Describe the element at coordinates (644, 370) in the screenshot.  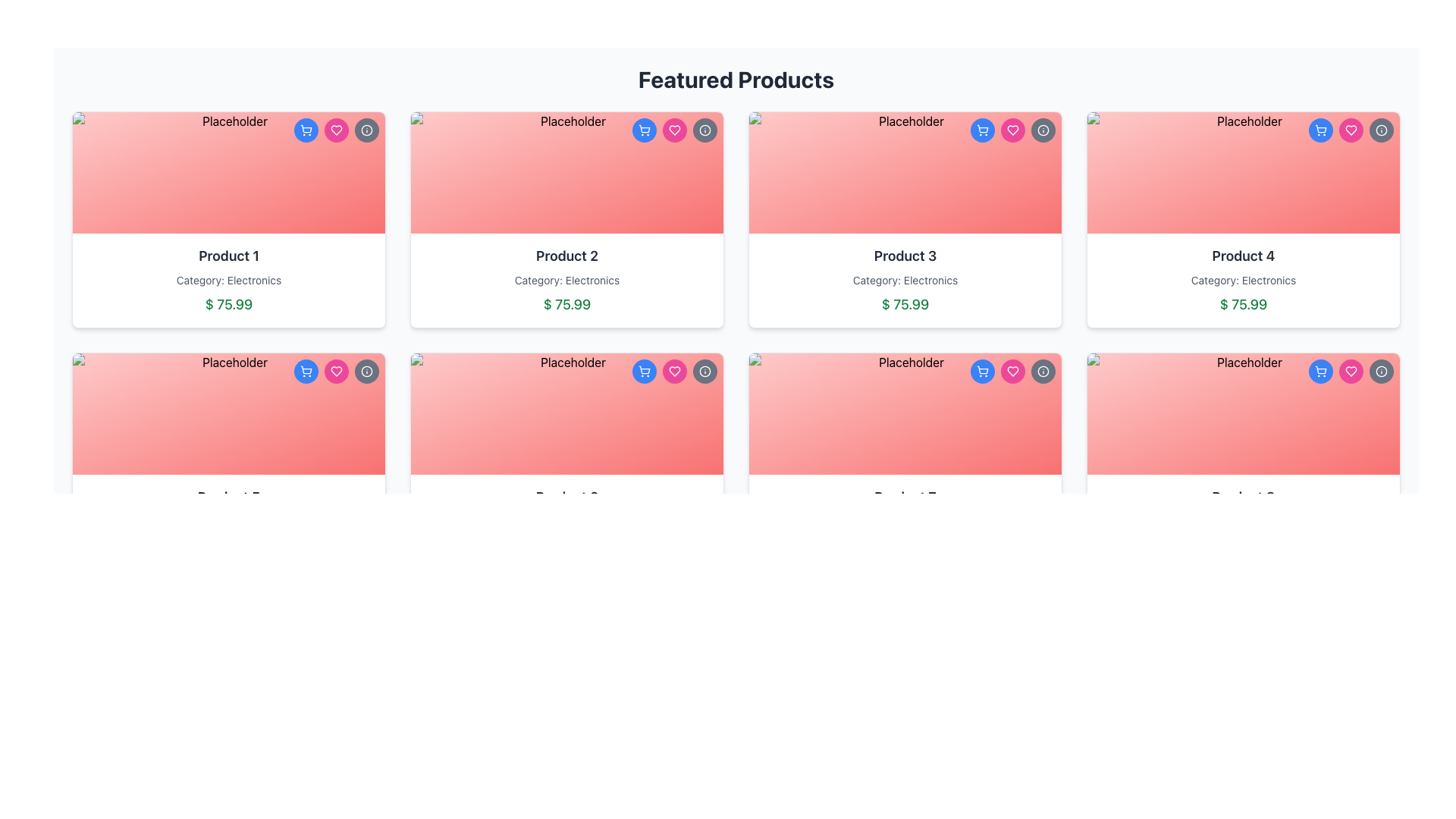
I see `the vector graphic part of the shopping cart icon located in the top-right corner of the 'Product 2' card if it is interactive` at that location.